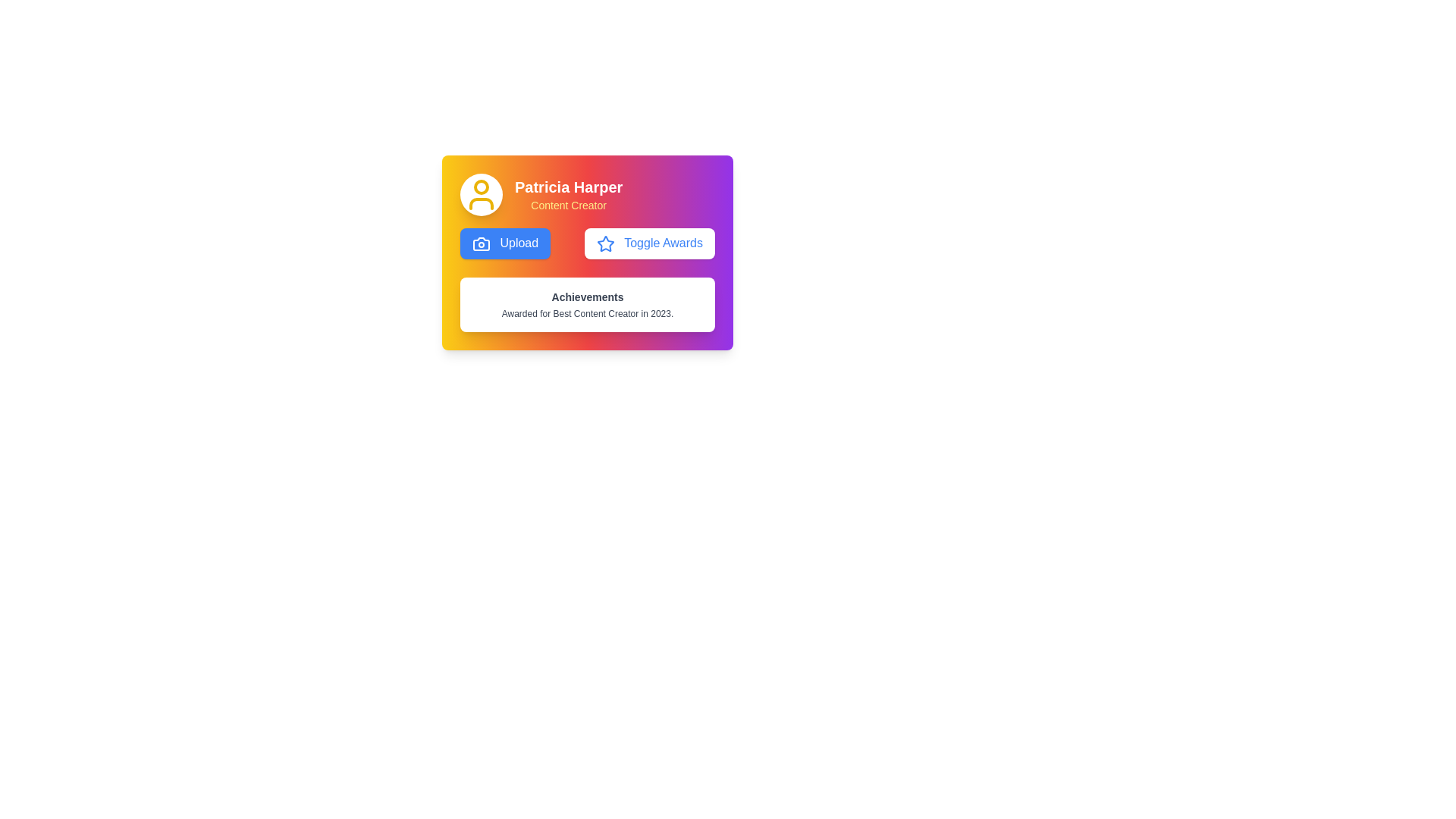 This screenshot has height=819, width=1456. What do you see at coordinates (605, 243) in the screenshot?
I see `the visual styling of the star-shaped icon which is part of the 'Toggle Awards' button located on the right half beneath the profile section` at bounding box center [605, 243].